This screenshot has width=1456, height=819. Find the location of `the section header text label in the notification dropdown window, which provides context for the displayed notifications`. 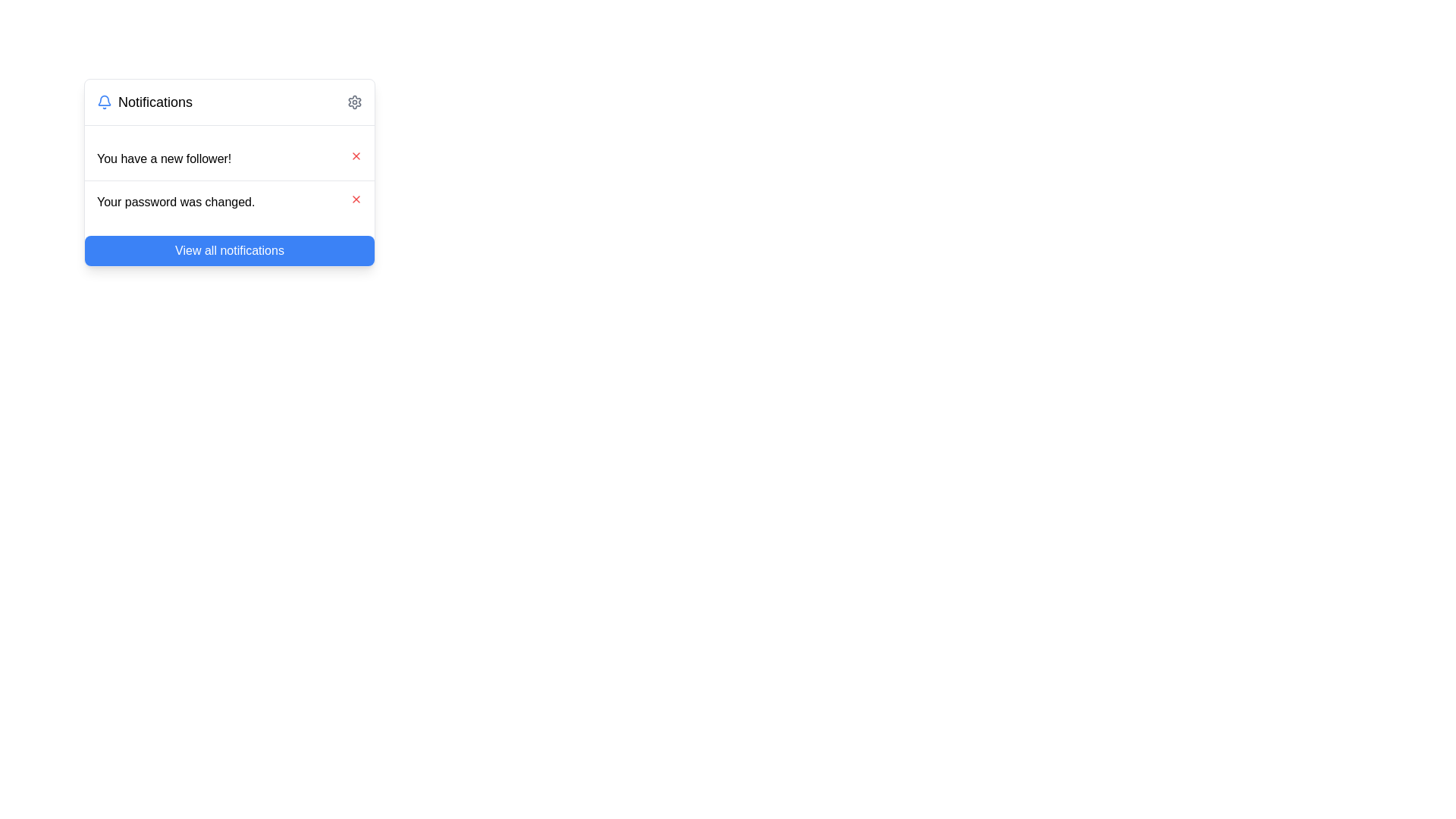

the section header text label in the notification dropdown window, which provides context for the displayed notifications is located at coordinates (155, 102).